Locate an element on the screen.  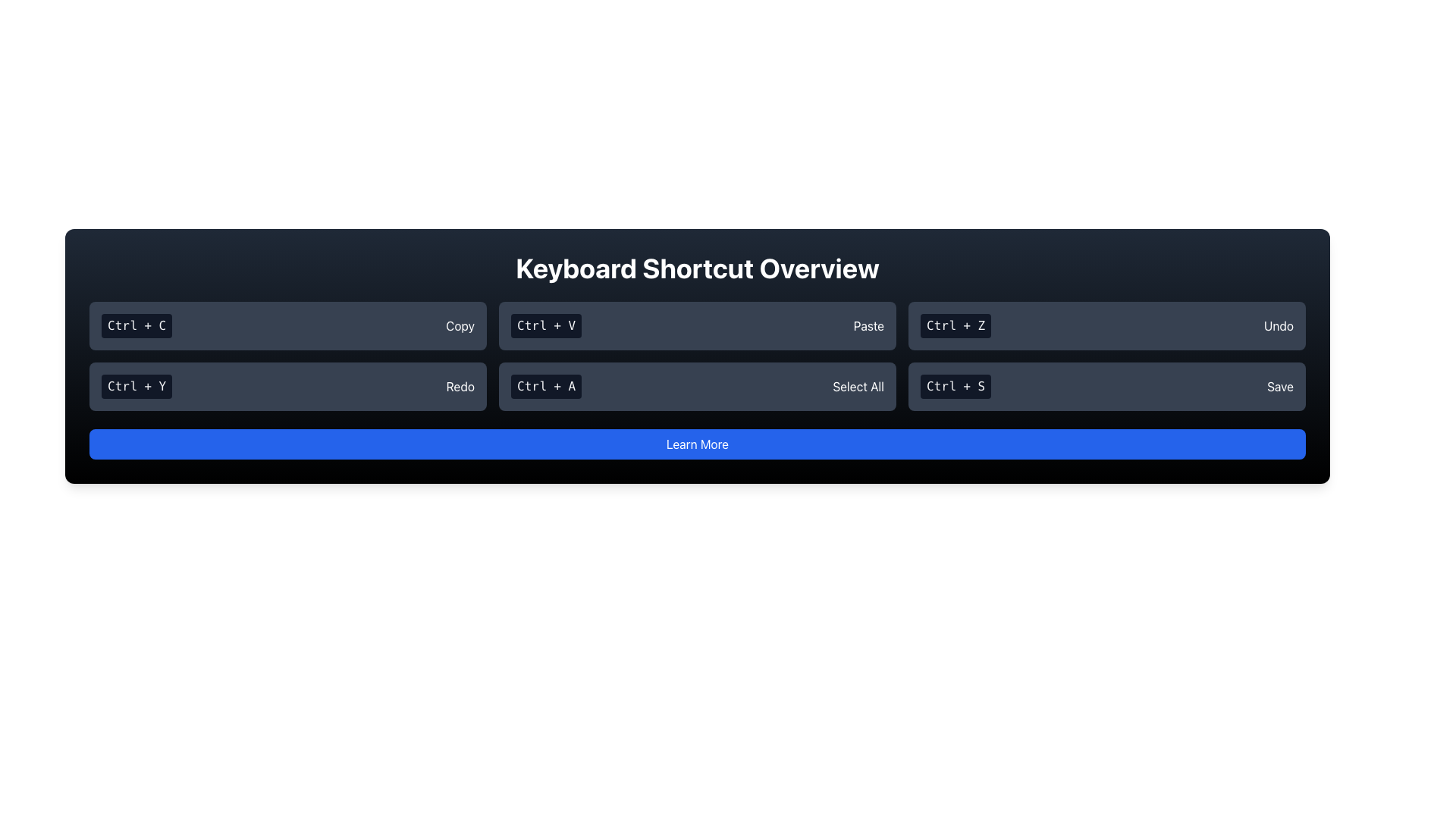
the 'Paste' text label, which is displayed in white against a dark gray background, located in the upper section of the interface next to the 'Ctrl + V' shortcut is located at coordinates (868, 325).